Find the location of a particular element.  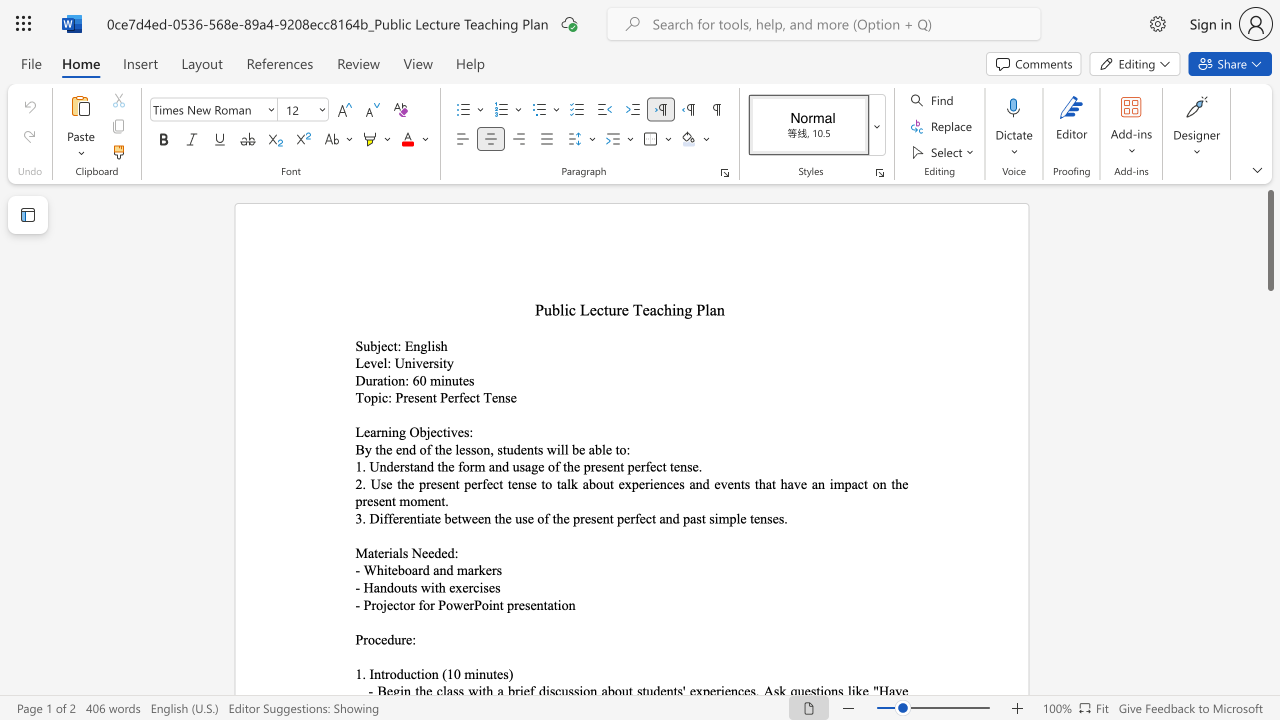

the scrollbar on the right to shift the page lower is located at coordinates (1269, 470).